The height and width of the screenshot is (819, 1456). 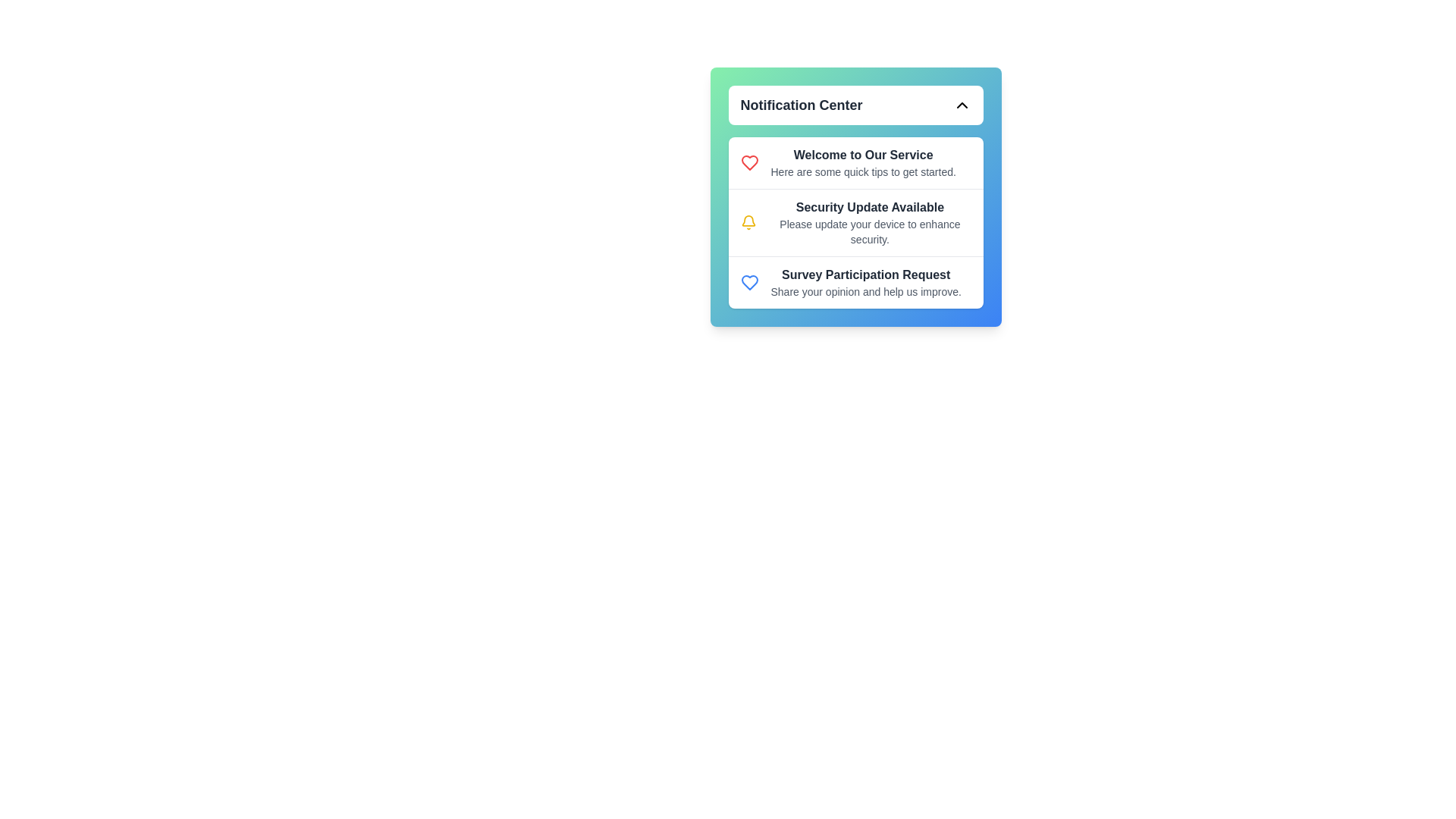 What do you see at coordinates (748, 222) in the screenshot?
I see `the icon associated with the Security Update Available notification` at bounding box center [748, 222].